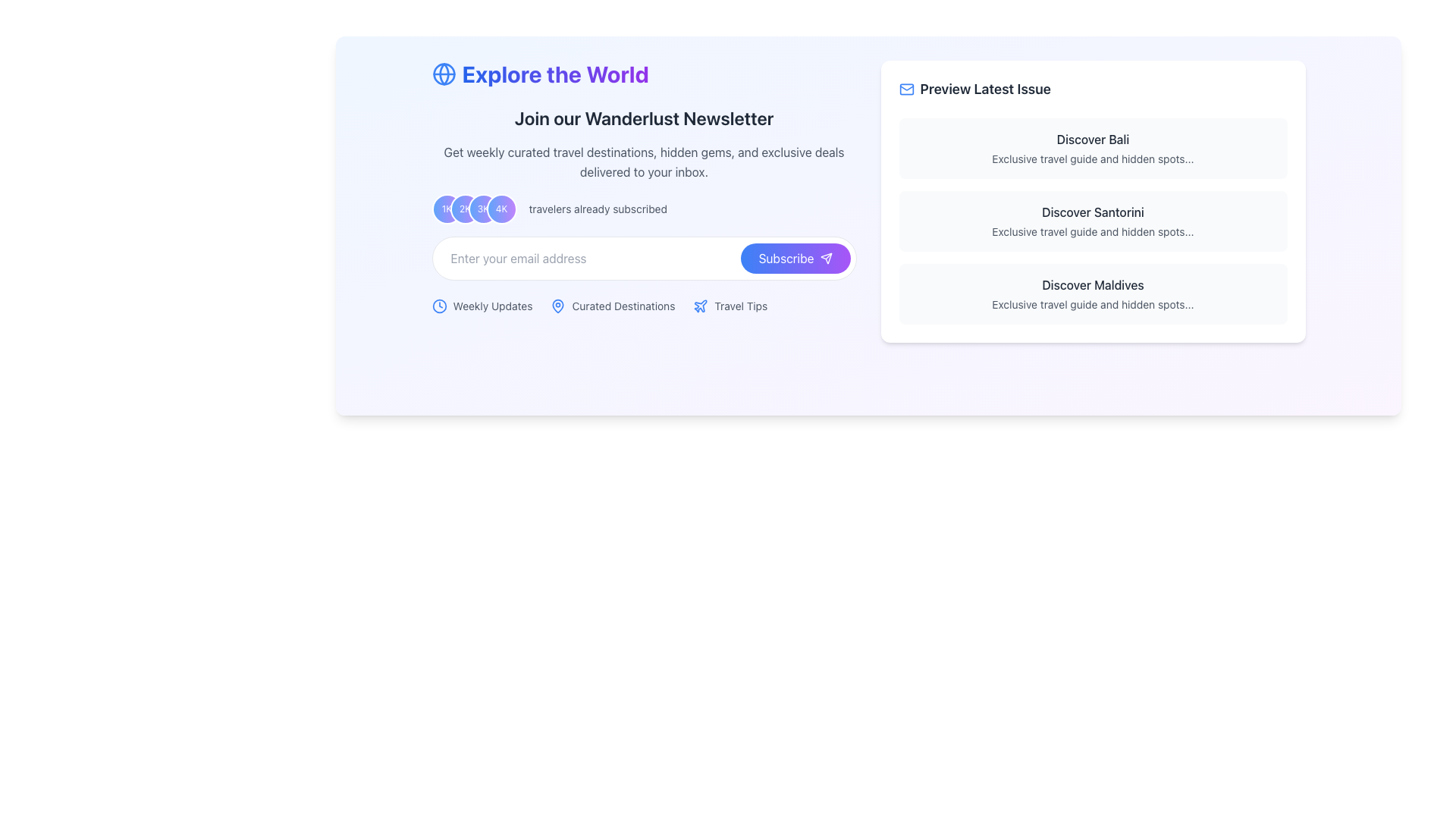 The image size is (1456, 819). Describe the element at coordinates (1093, 304) in the screenshot. I see `text snippet 'Exclusive travel guide and hidden spots...' located beneath the title in the bottom part of the 'Discover Maldives' card, which is the third card in the vertically-aligned list within the 'Preview Latest Issue' section` at that location.